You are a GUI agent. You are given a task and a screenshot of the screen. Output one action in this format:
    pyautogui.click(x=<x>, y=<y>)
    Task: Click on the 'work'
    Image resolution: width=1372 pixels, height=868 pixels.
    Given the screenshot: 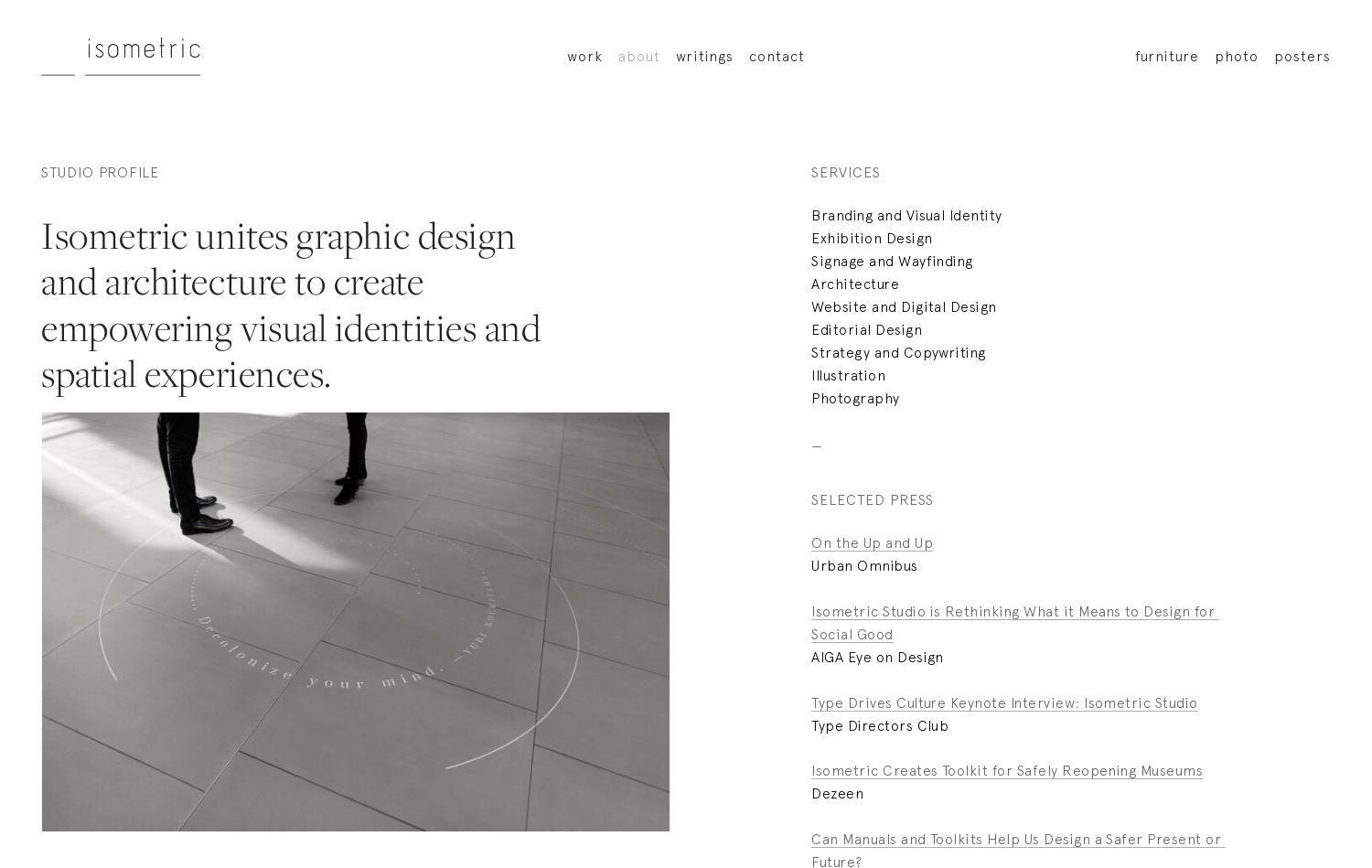 What is the action you would take?
    pyautogui.click(x=565, y=54)
    